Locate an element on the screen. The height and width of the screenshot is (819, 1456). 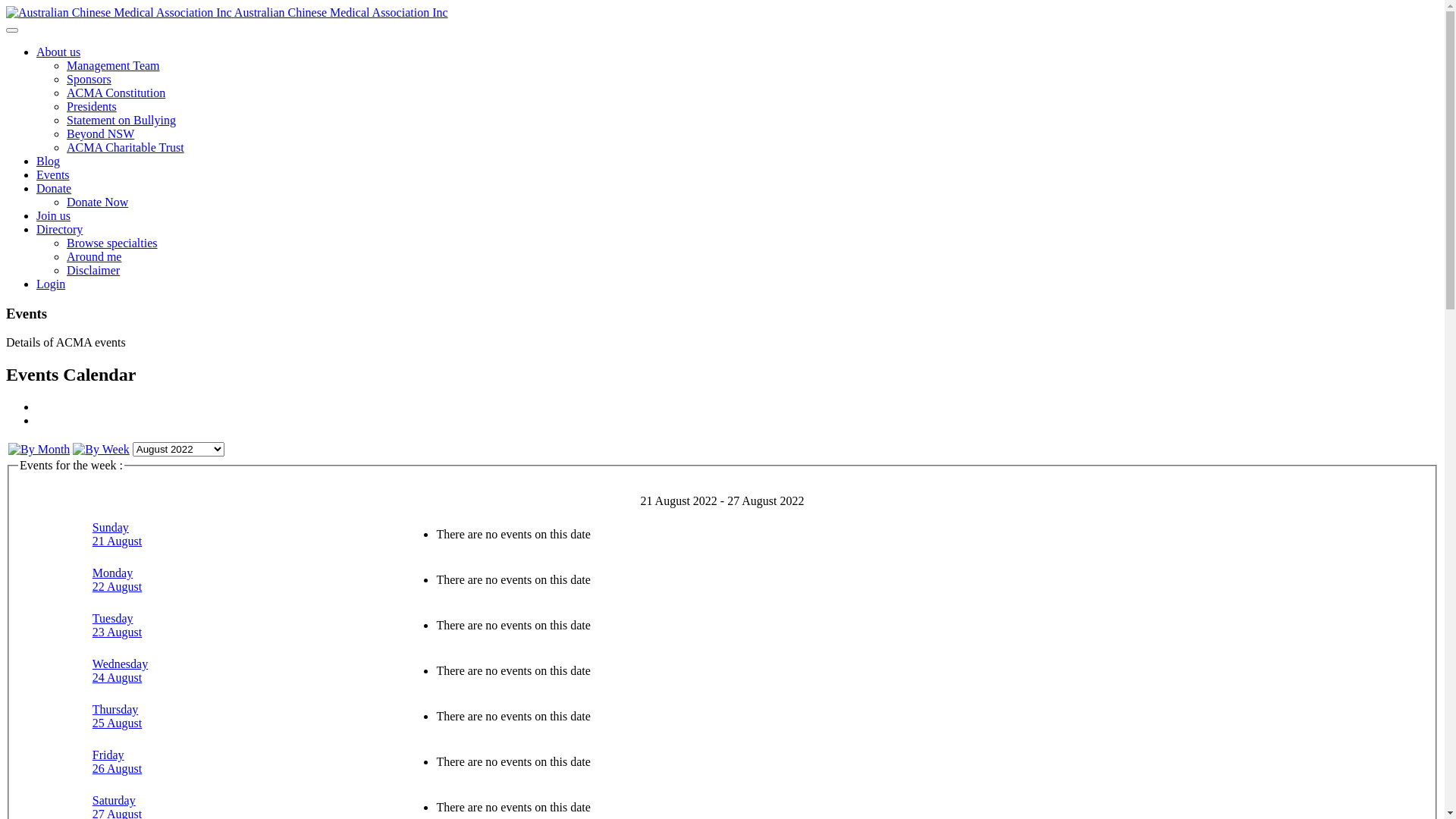
'Statement on Bullying' is located at coordinates (120, 119).